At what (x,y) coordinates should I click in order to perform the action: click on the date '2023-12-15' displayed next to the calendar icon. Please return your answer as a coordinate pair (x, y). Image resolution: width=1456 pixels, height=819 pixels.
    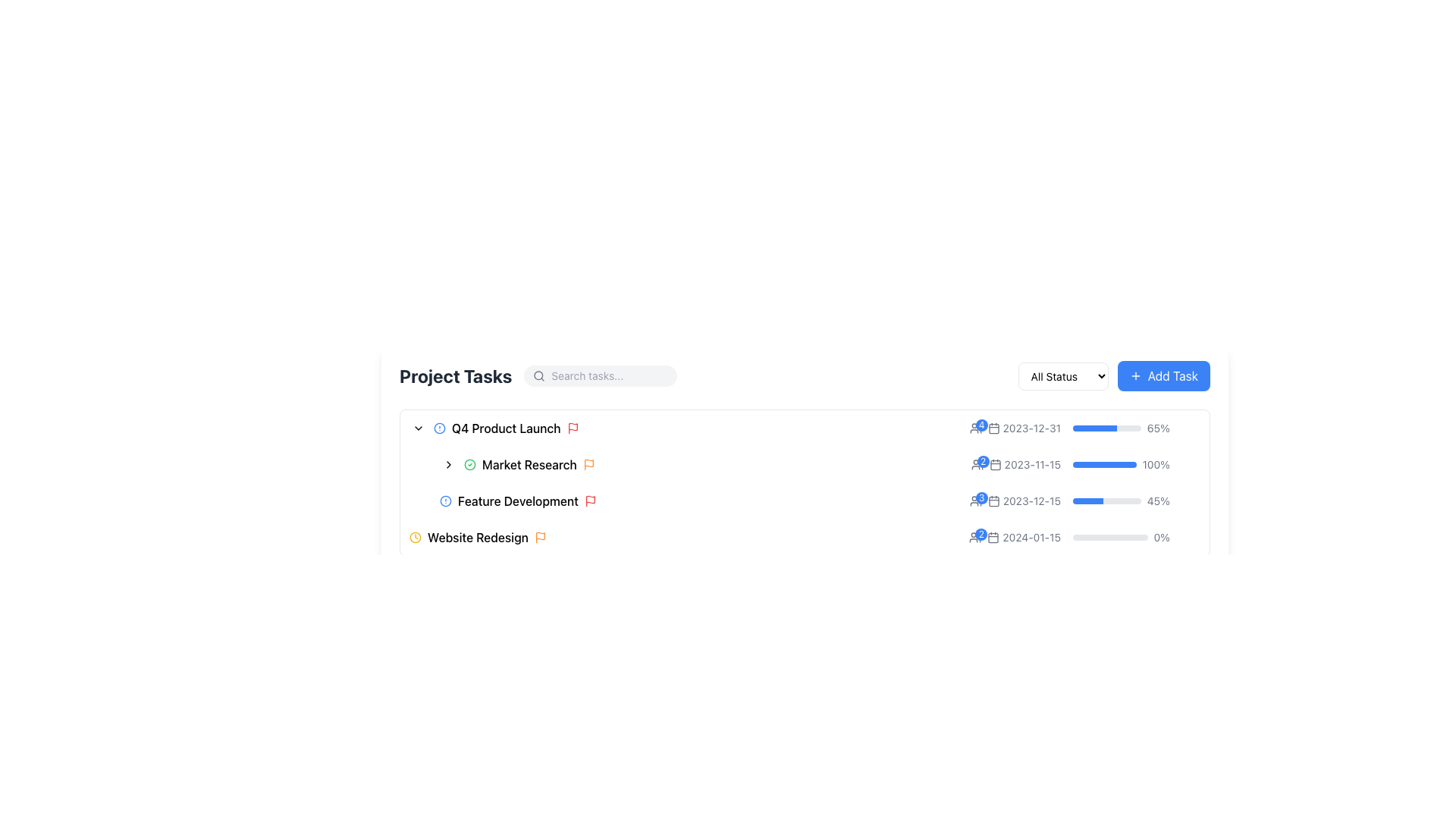
    Looking at the image, I should click on (1015, 500).